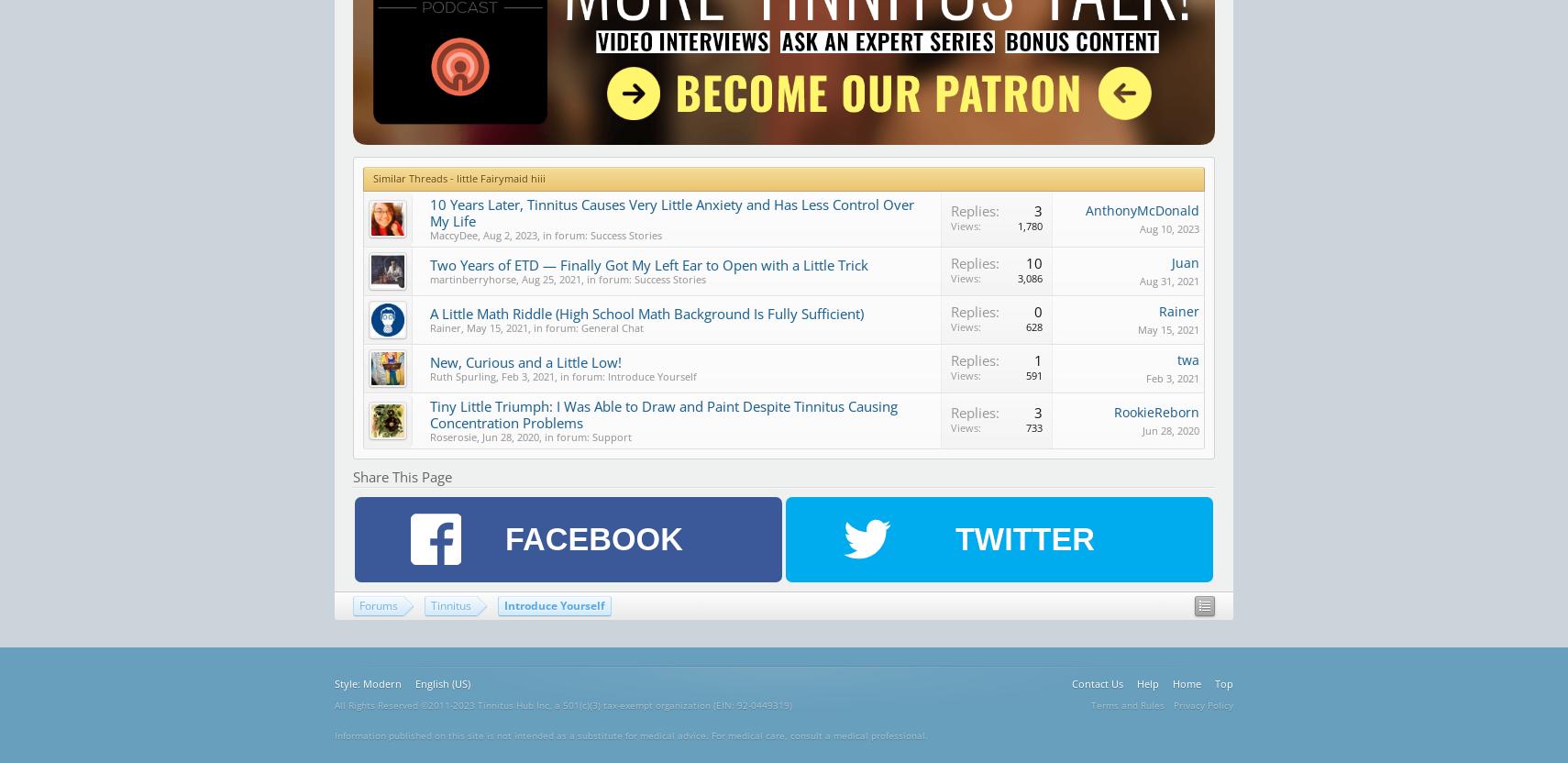 Image resolution: width=1568 pixels, height=763 pixels. Describe the element at coordinates (450, 604) in the screenshot. I see `'Tinnitus'` at that location.